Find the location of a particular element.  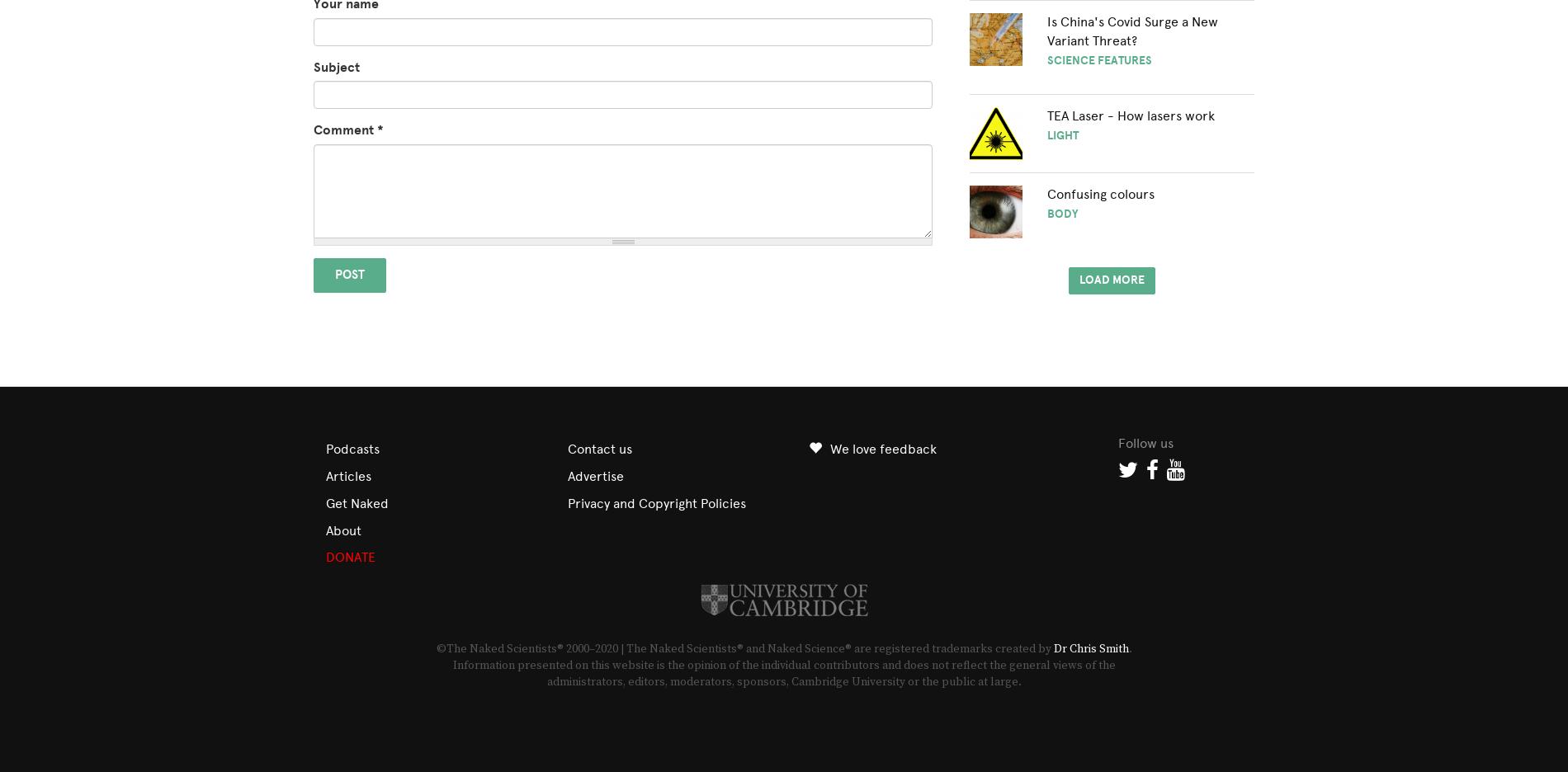

'Privacy and Copyright Policies' is located at coordinates (654, 502).